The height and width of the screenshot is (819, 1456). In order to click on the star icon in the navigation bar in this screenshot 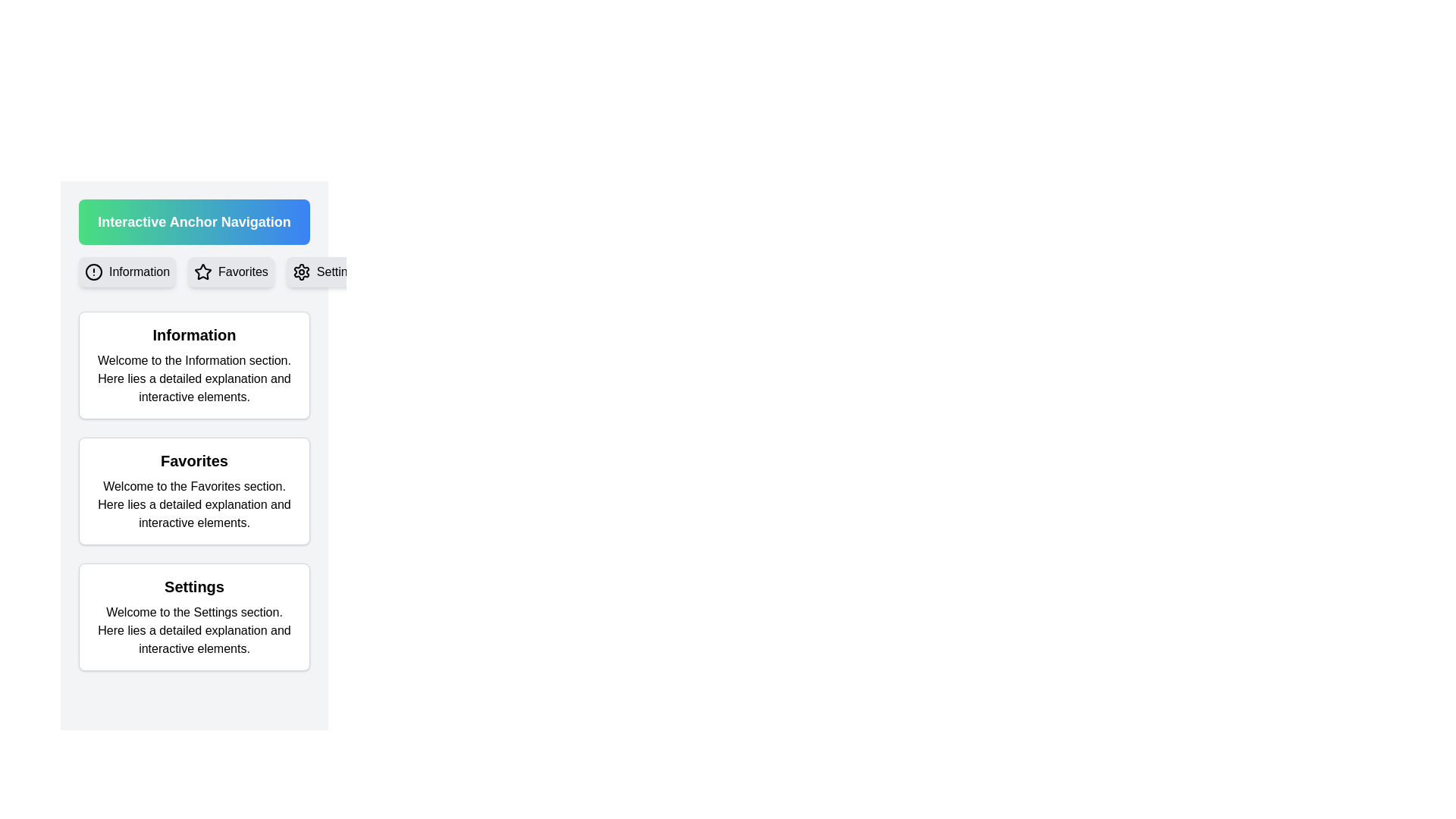, I will do `click(202, 271)`.